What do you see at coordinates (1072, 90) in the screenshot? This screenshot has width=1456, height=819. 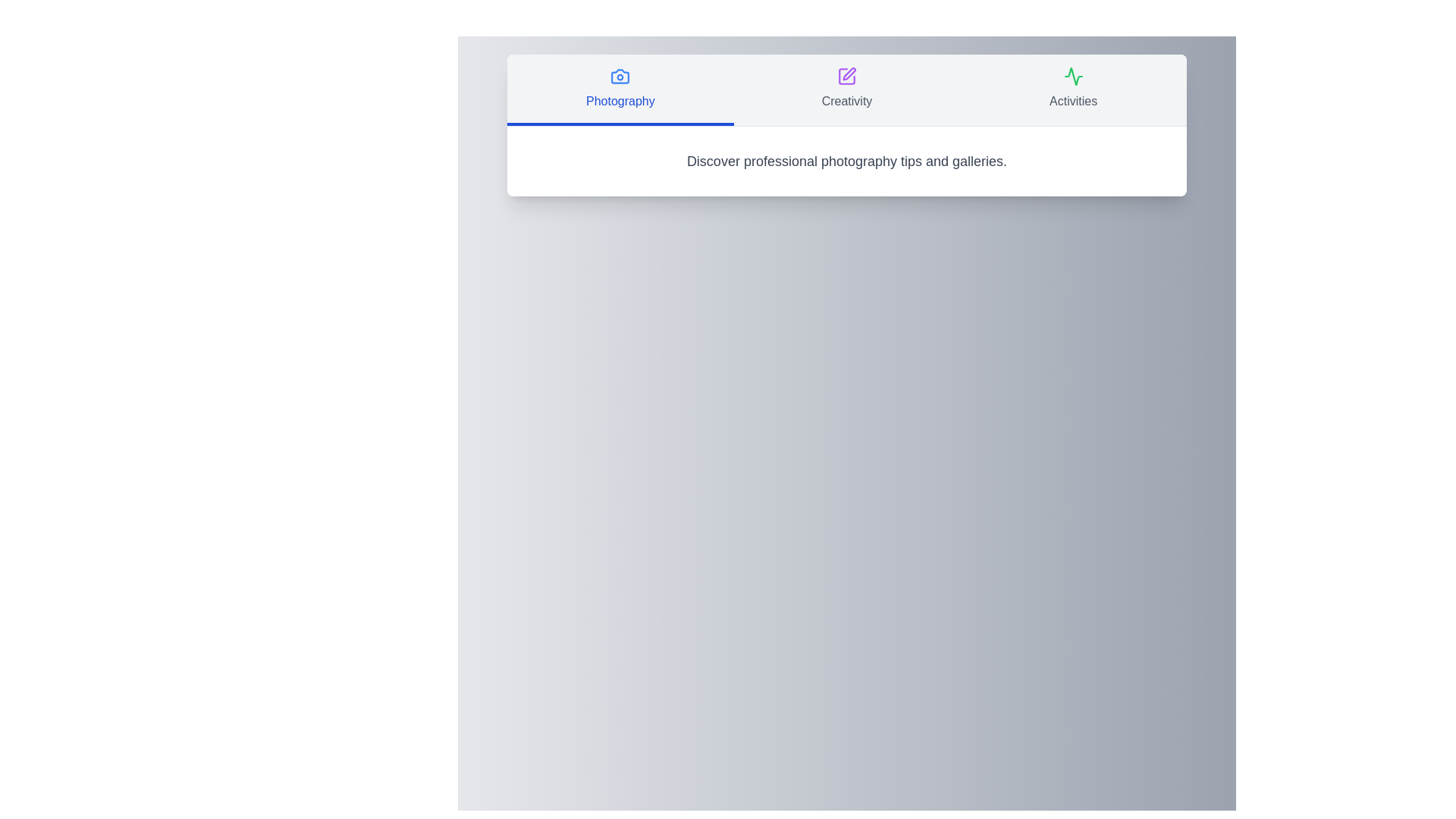 I see `the tab labeled Activities` at bounding box center [1072, 90].